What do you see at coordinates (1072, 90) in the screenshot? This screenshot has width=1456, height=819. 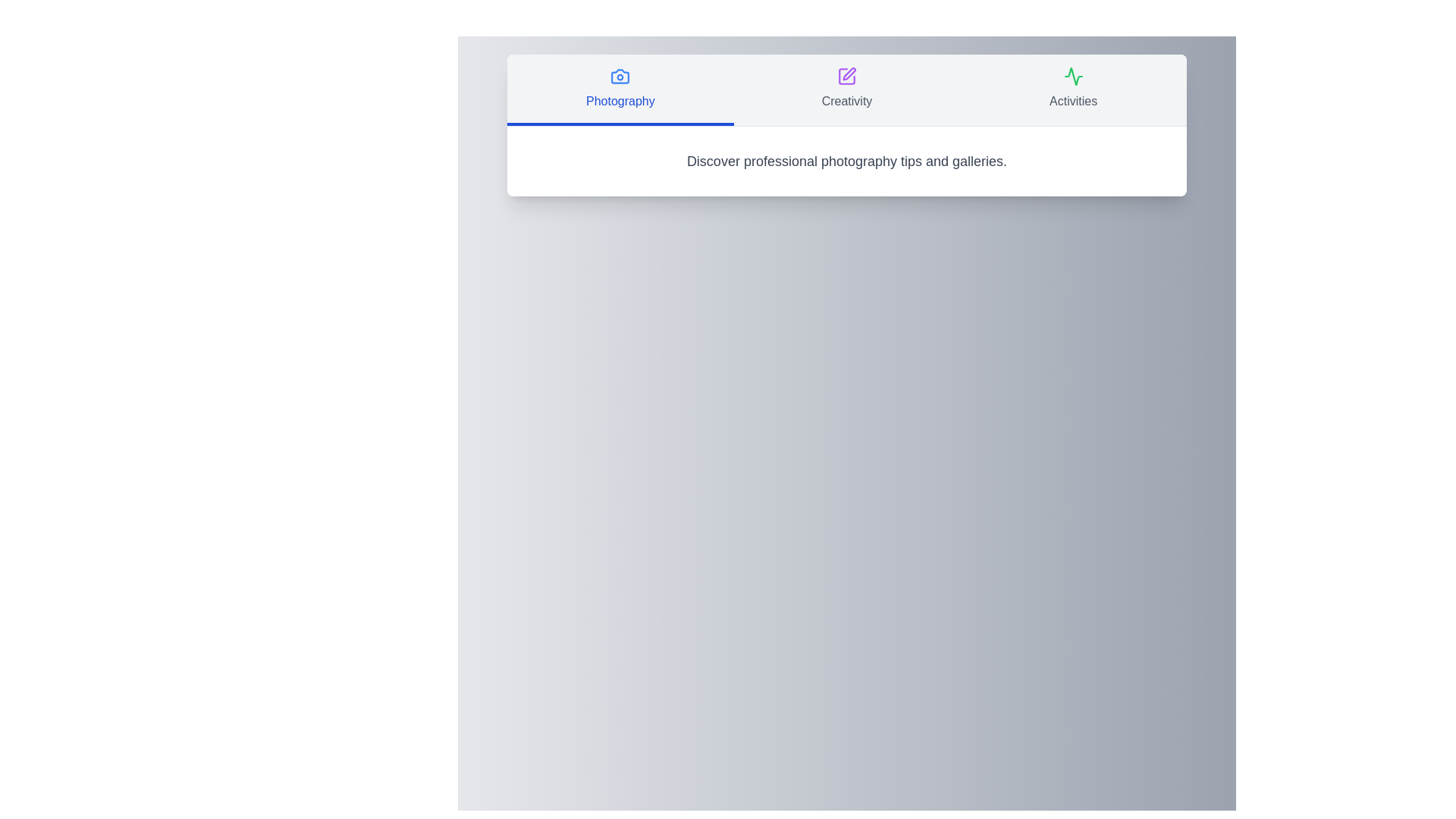 I see `the tab labeled Activities` at bounding box center [1072, 90].